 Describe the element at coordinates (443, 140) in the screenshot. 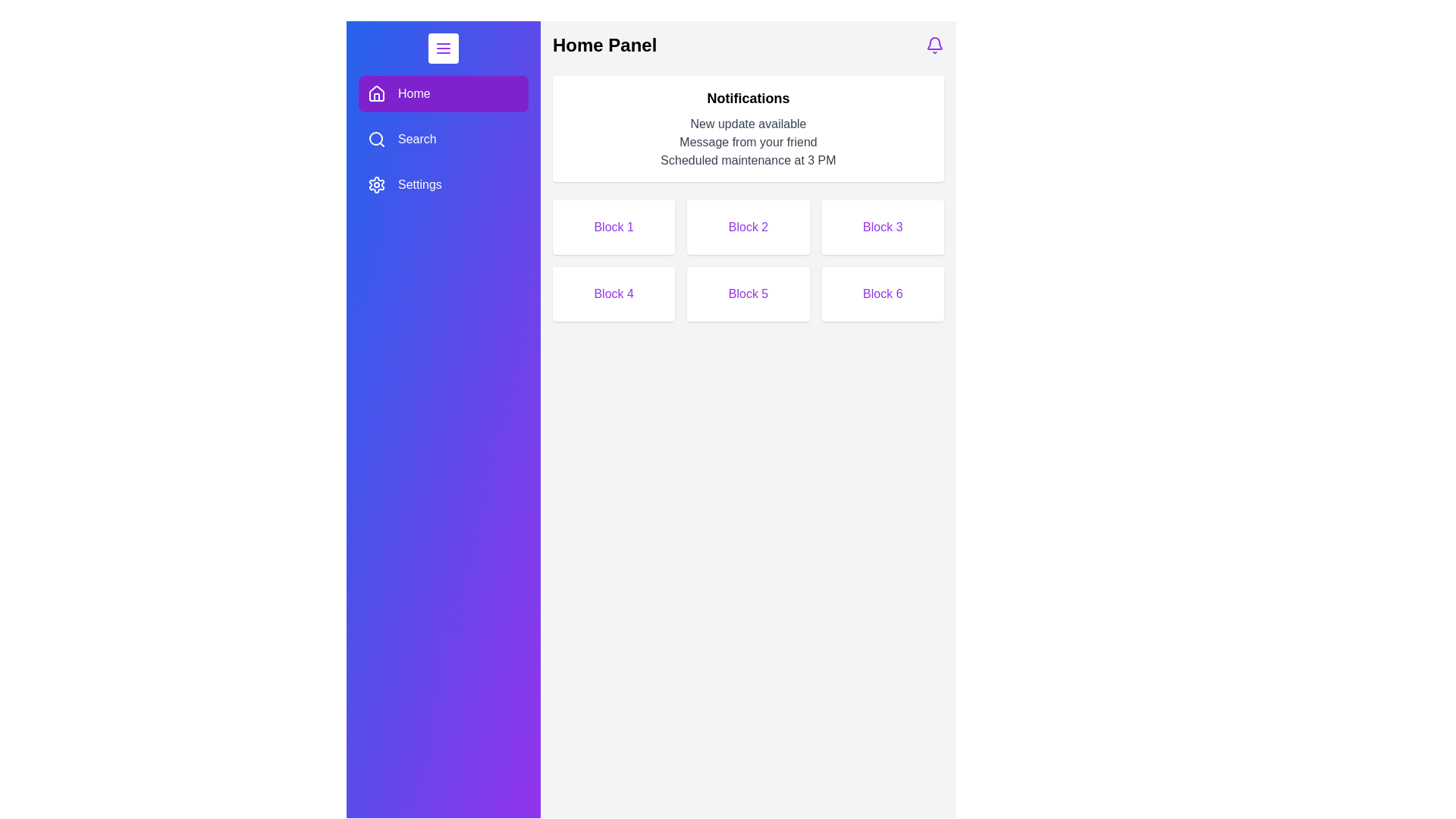

I see `the Search tab by clicking on its corresponding button` at that location.